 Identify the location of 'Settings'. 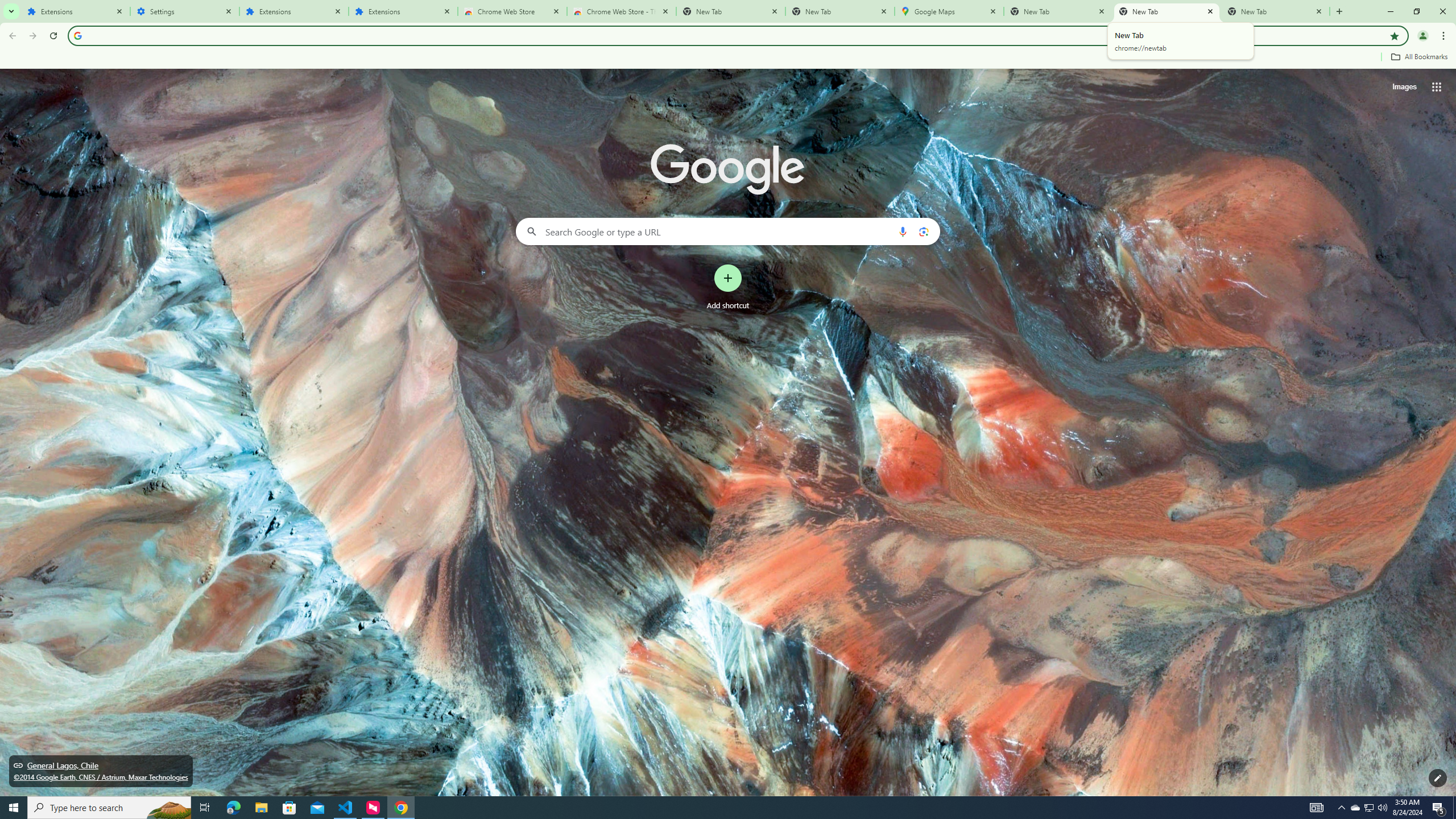
(185, 11).